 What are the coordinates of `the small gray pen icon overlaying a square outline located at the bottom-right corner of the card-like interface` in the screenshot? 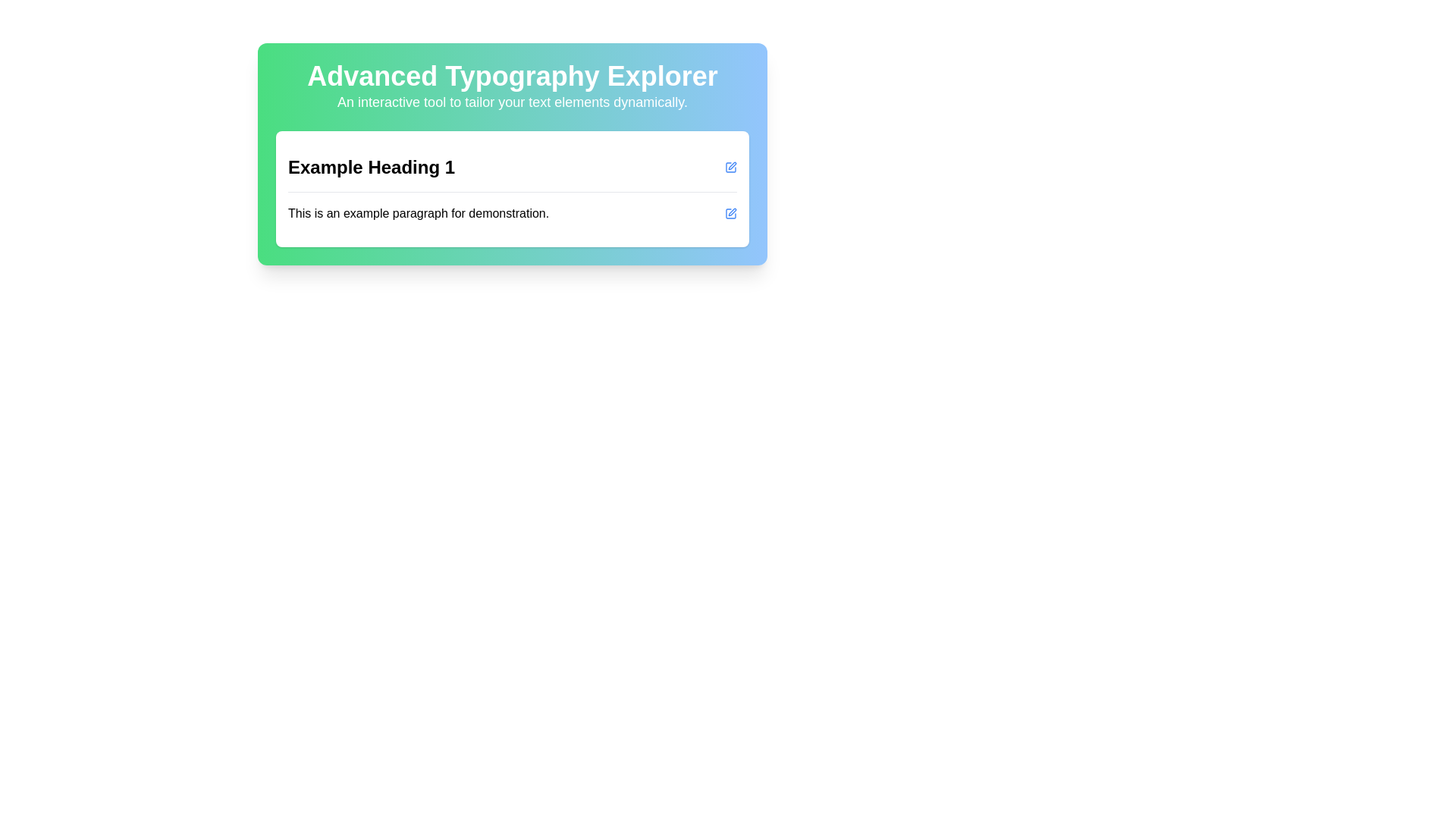 It's located at (732, 212).